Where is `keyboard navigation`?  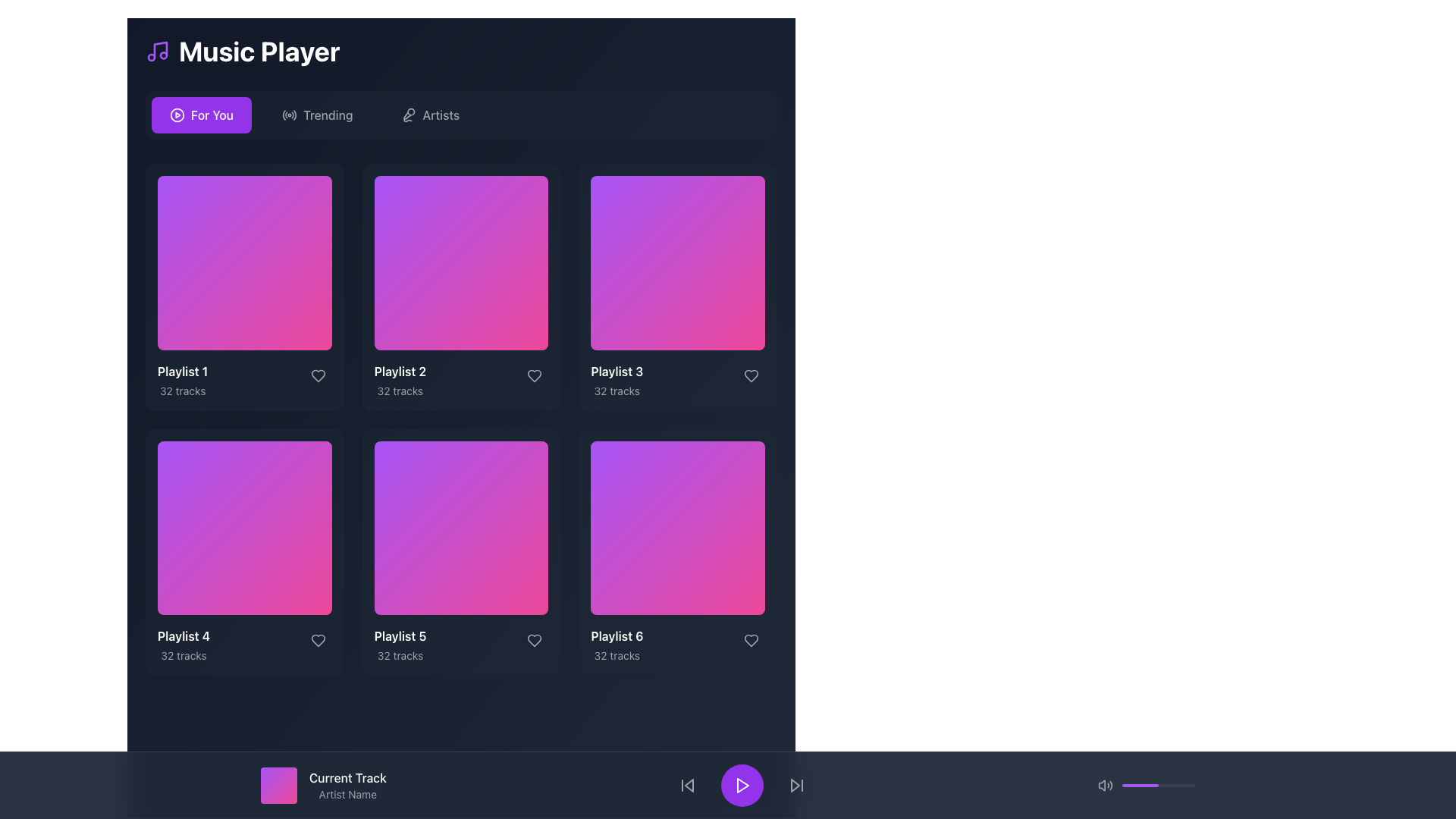 keyboard navigation is located at coordinates (795, 785).